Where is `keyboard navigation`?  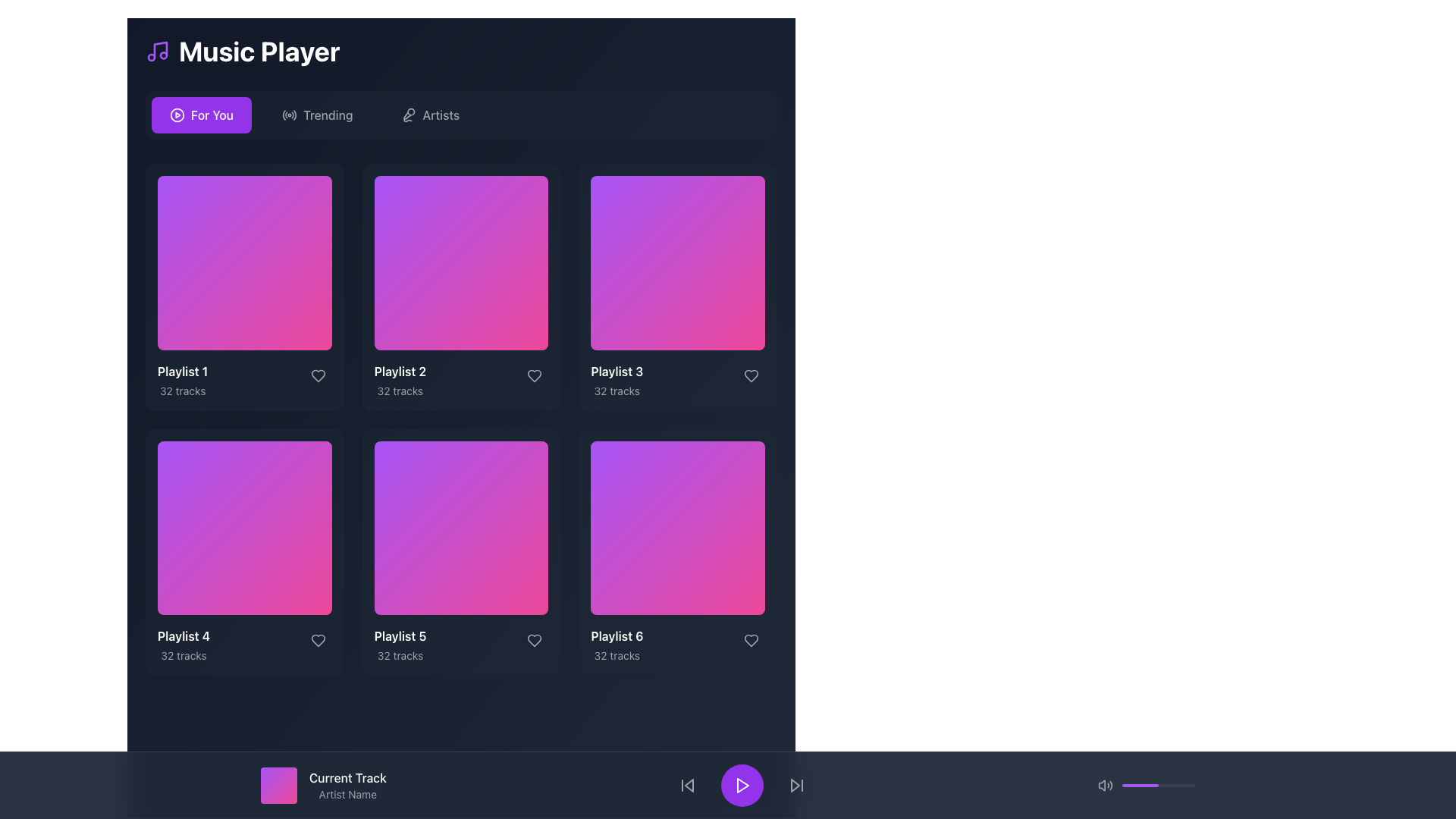 keyboard navigation is located at coordinates (795, 785).